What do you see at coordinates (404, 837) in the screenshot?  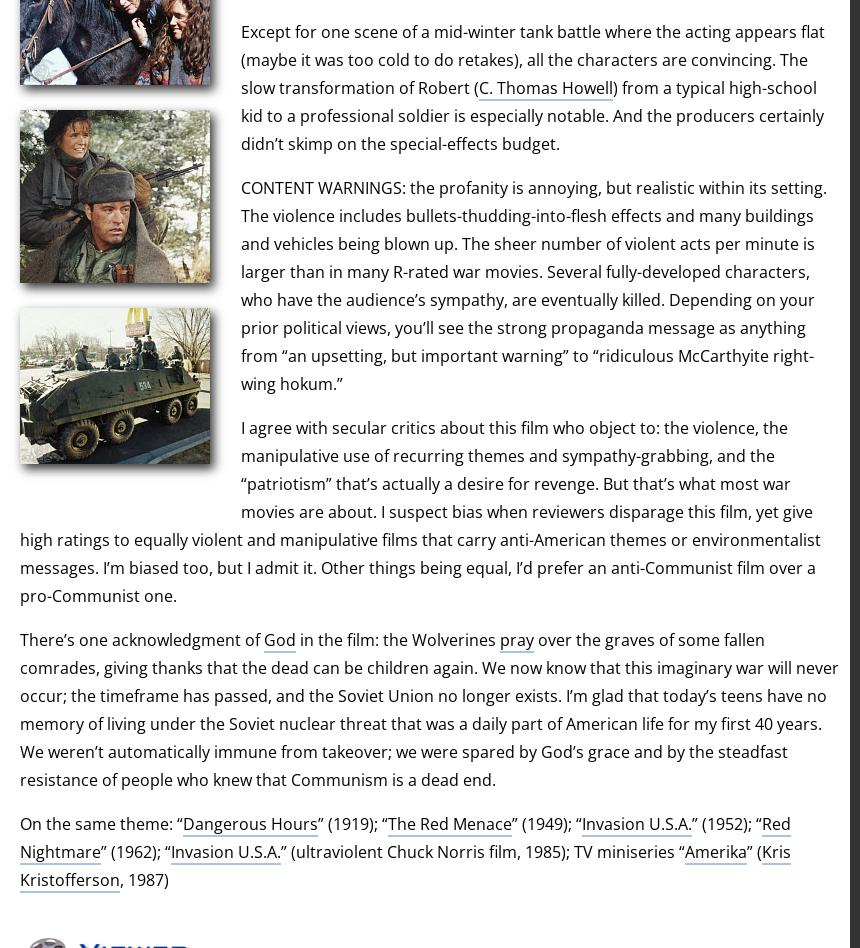 I see `'Red Nightmare'` at bounding box center [404, 837].